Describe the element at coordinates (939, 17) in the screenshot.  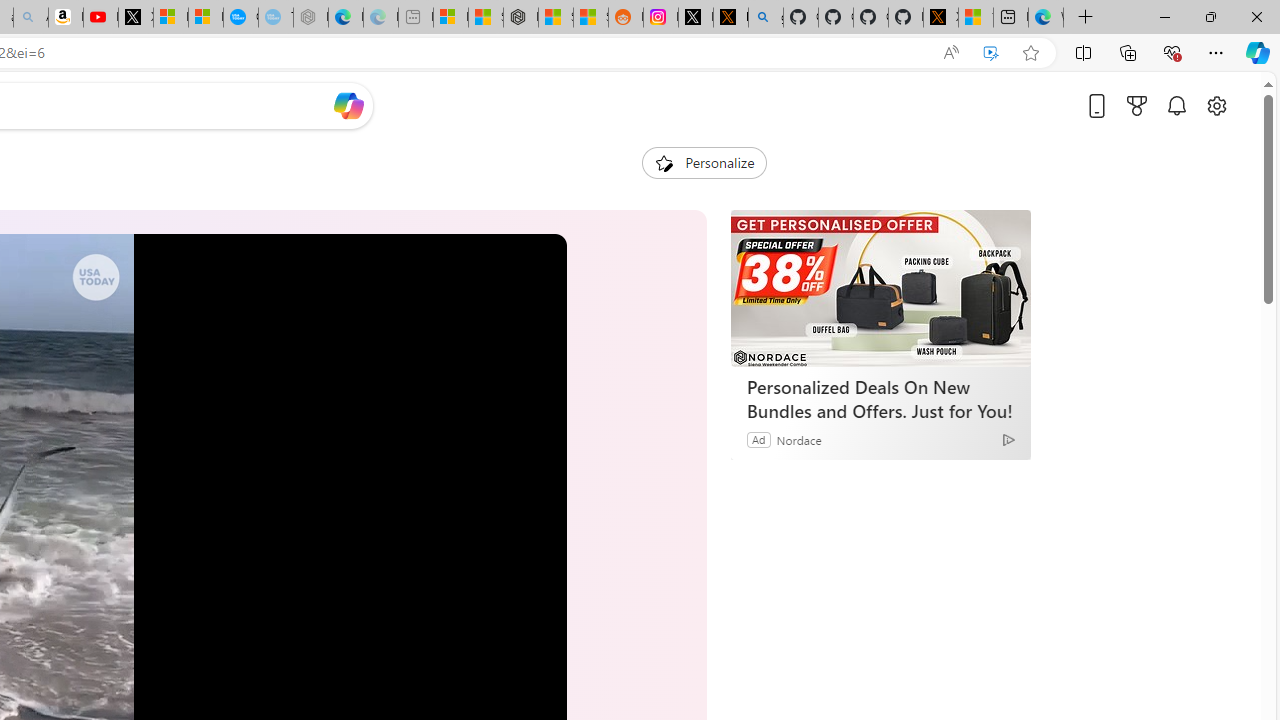
I see `'X Privacy Policy'` at that location.